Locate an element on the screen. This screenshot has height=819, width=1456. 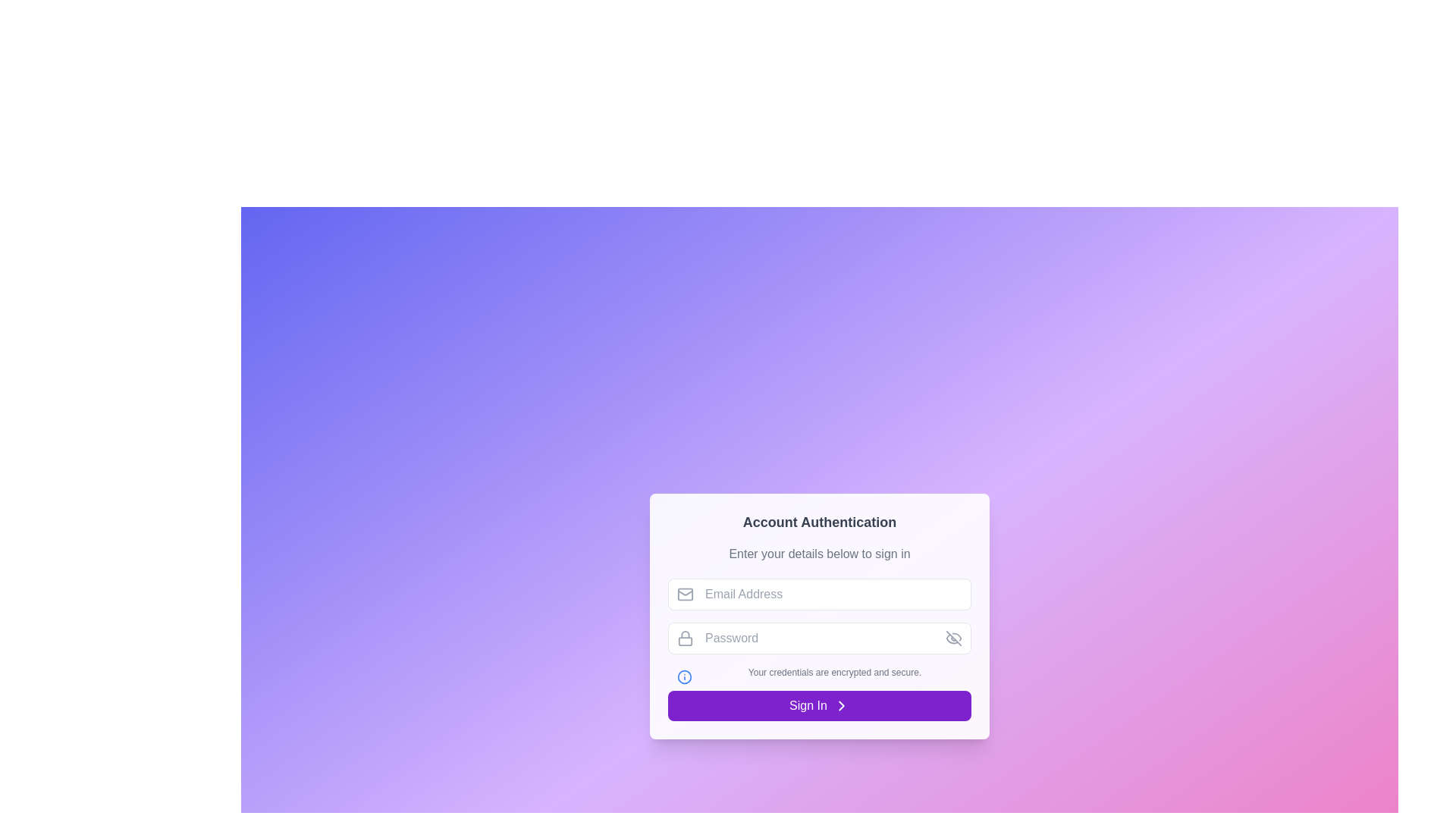
the Decorative icon indicating the email input field, located at the left edge of the field, aligned vertically in the middle is located at coordinates (684, 593).